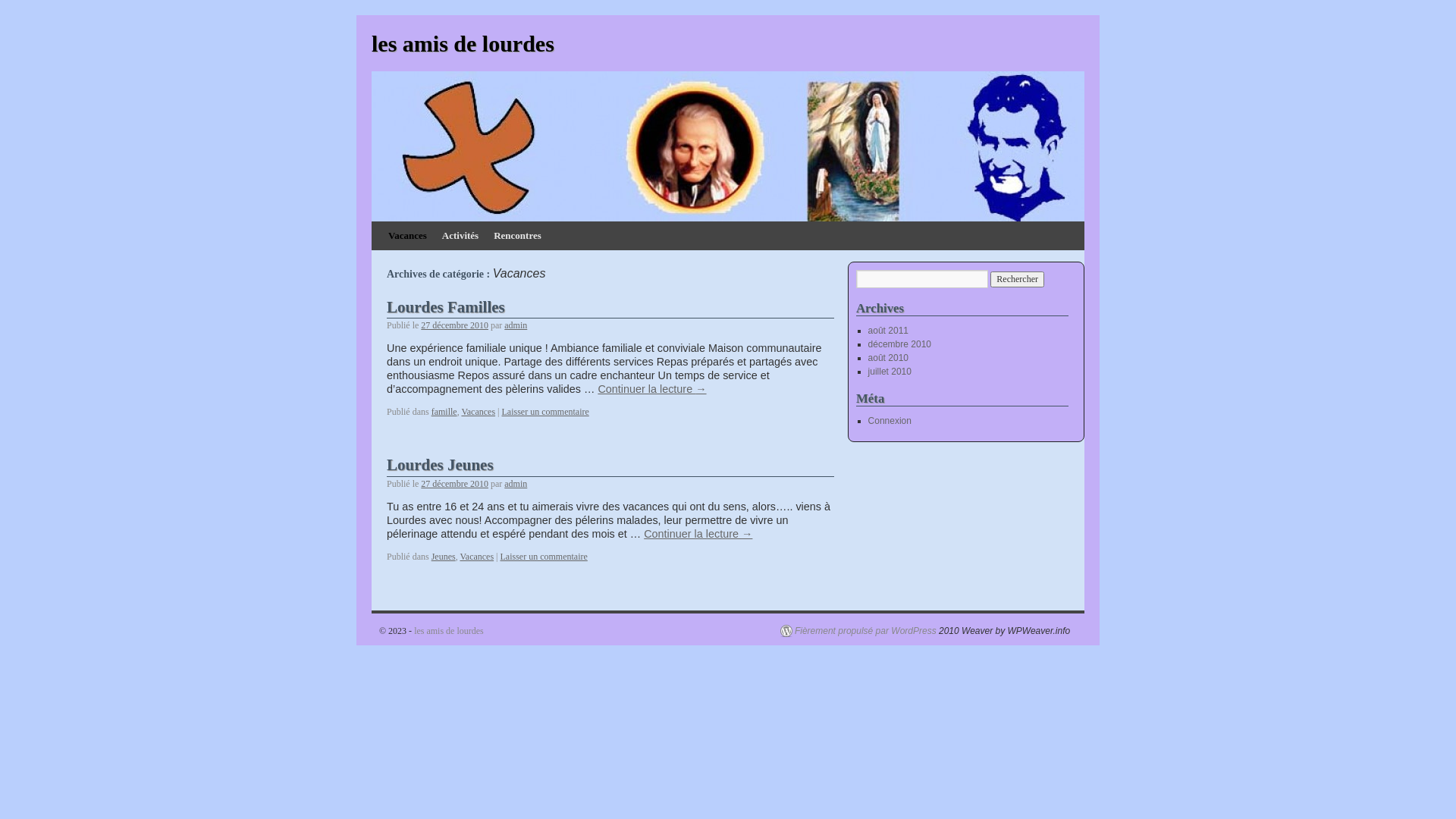  Describe the element at coordinates (868, 371) in the screenshot. I see `'juillet 2010'` at that location.